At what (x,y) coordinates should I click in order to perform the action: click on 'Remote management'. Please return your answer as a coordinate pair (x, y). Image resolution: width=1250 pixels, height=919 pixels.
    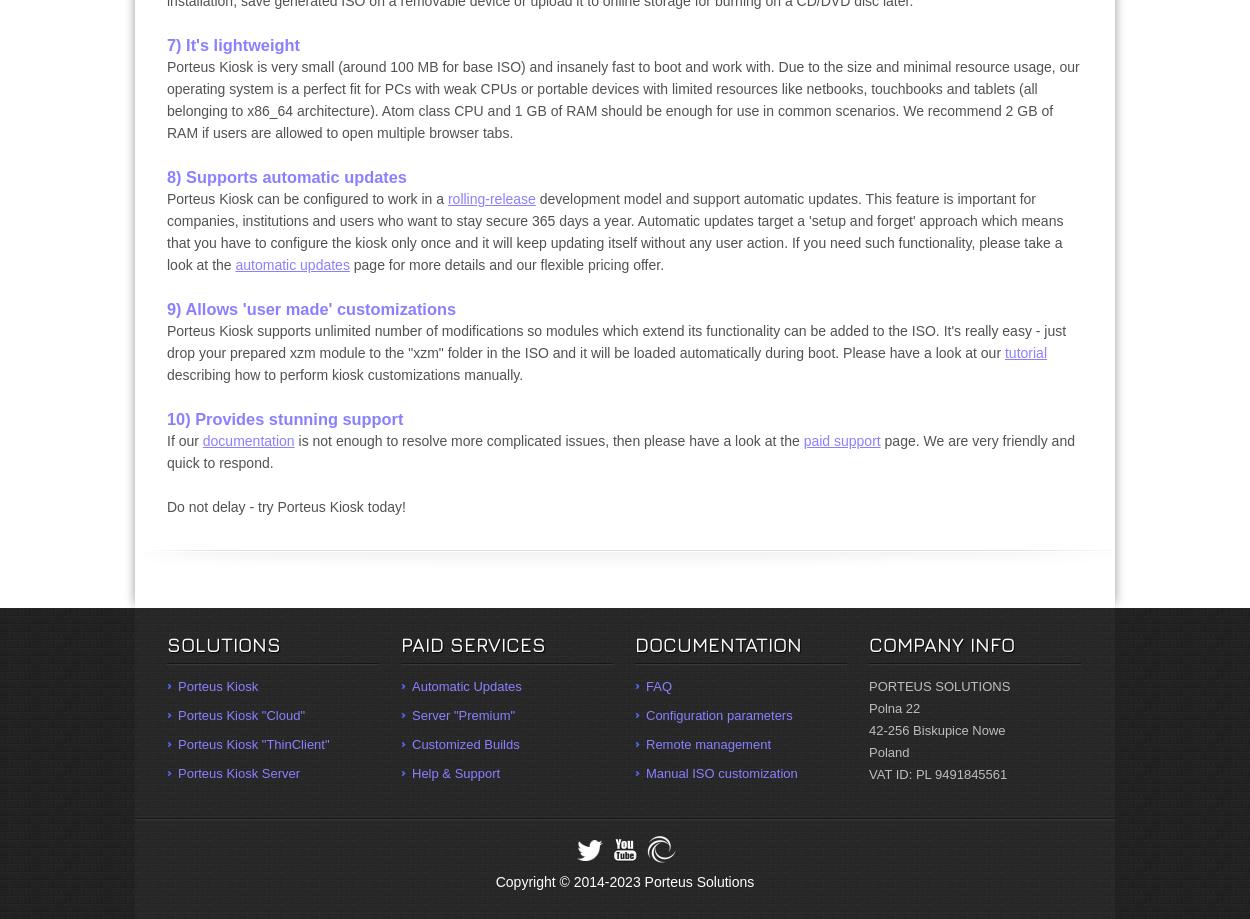
    Looking at the image, I should click on (707, 744).